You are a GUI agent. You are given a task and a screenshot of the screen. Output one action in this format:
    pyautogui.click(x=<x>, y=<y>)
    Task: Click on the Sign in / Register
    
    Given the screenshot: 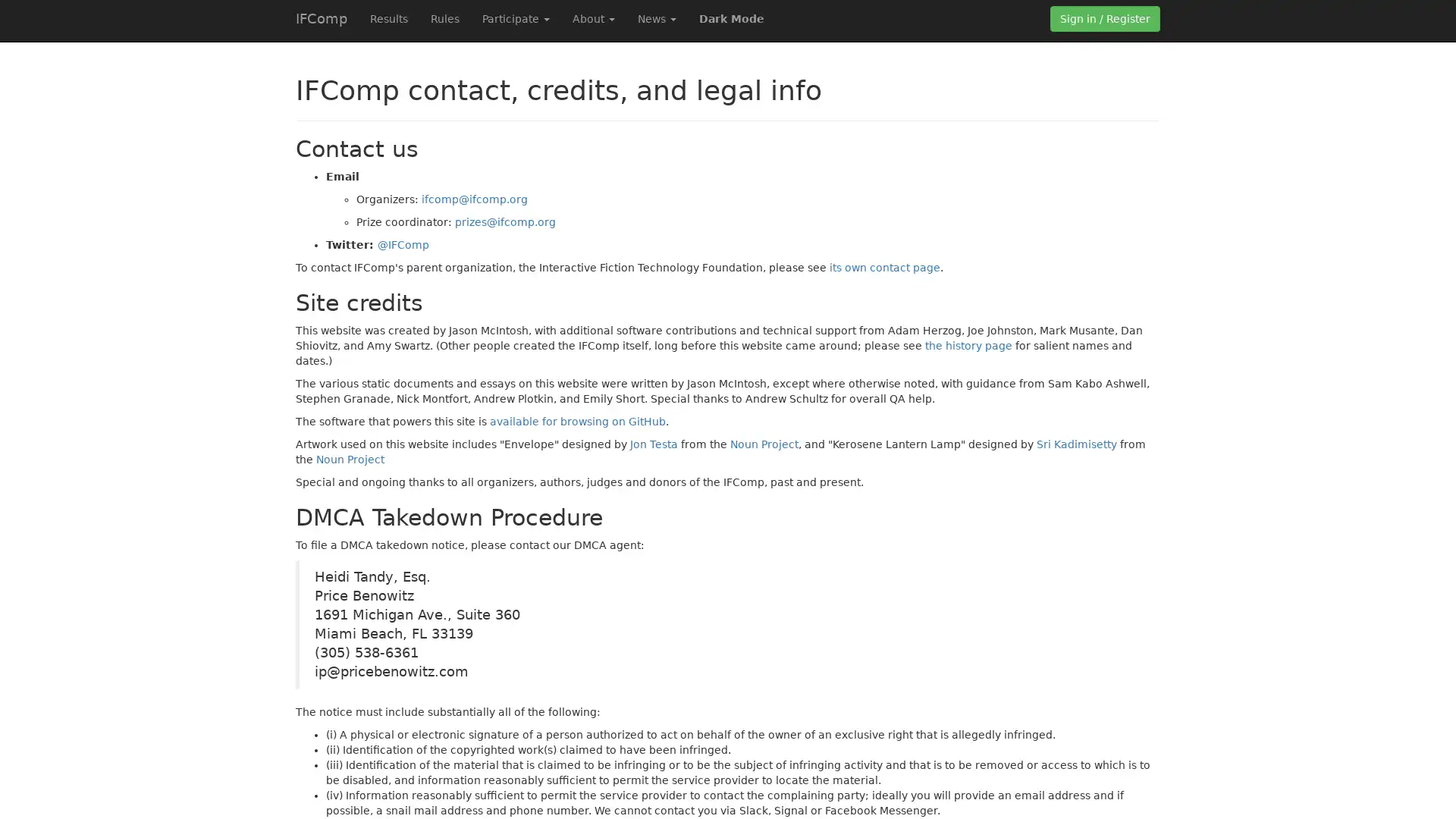 What is the action you would take?
    pyautogui.click(x=1105, y=18)
    